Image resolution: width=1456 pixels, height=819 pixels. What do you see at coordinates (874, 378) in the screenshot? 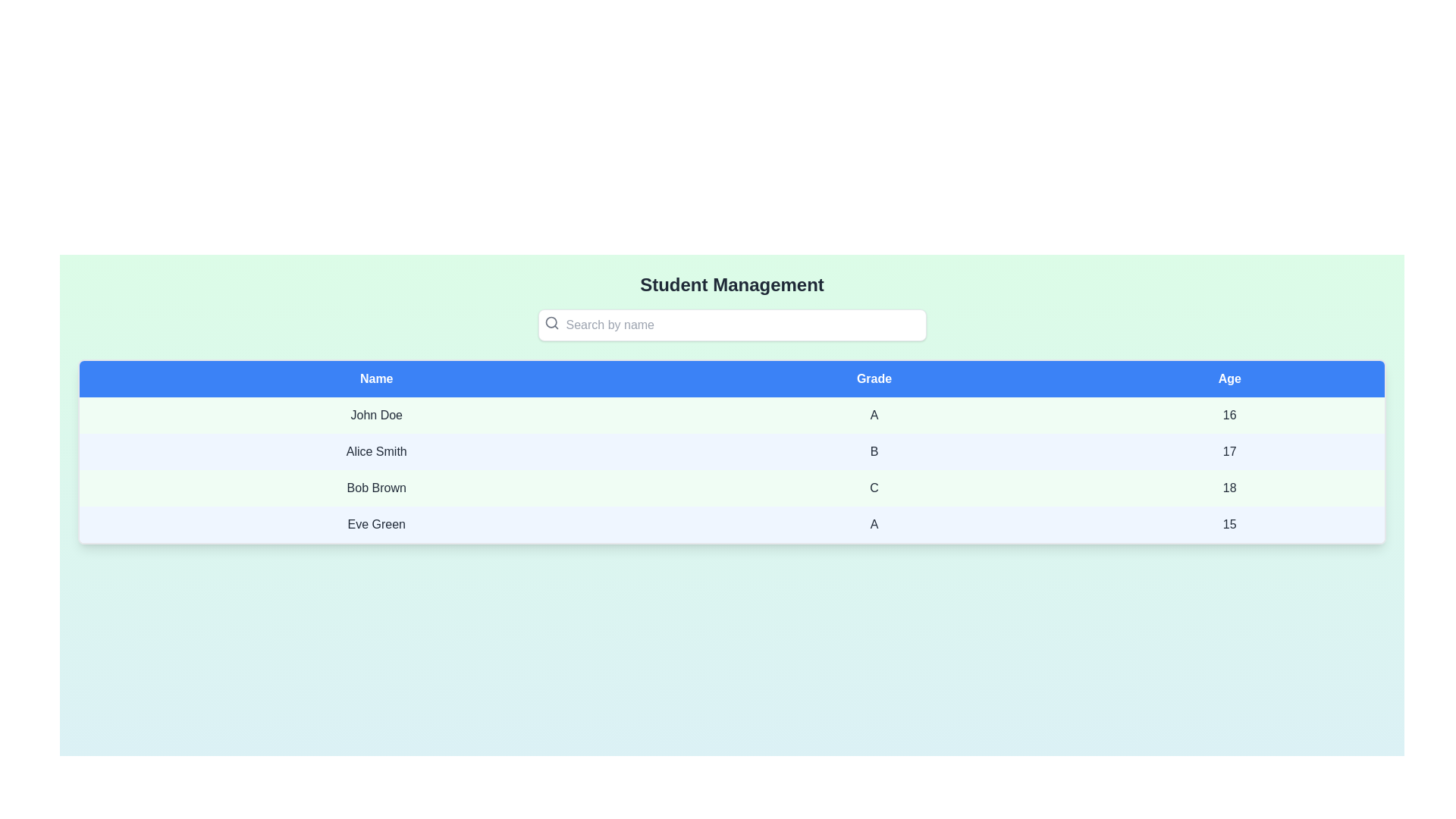
I see `the 'Grade' text label, which is the second header in a table row` at bounding box center [874, 378].